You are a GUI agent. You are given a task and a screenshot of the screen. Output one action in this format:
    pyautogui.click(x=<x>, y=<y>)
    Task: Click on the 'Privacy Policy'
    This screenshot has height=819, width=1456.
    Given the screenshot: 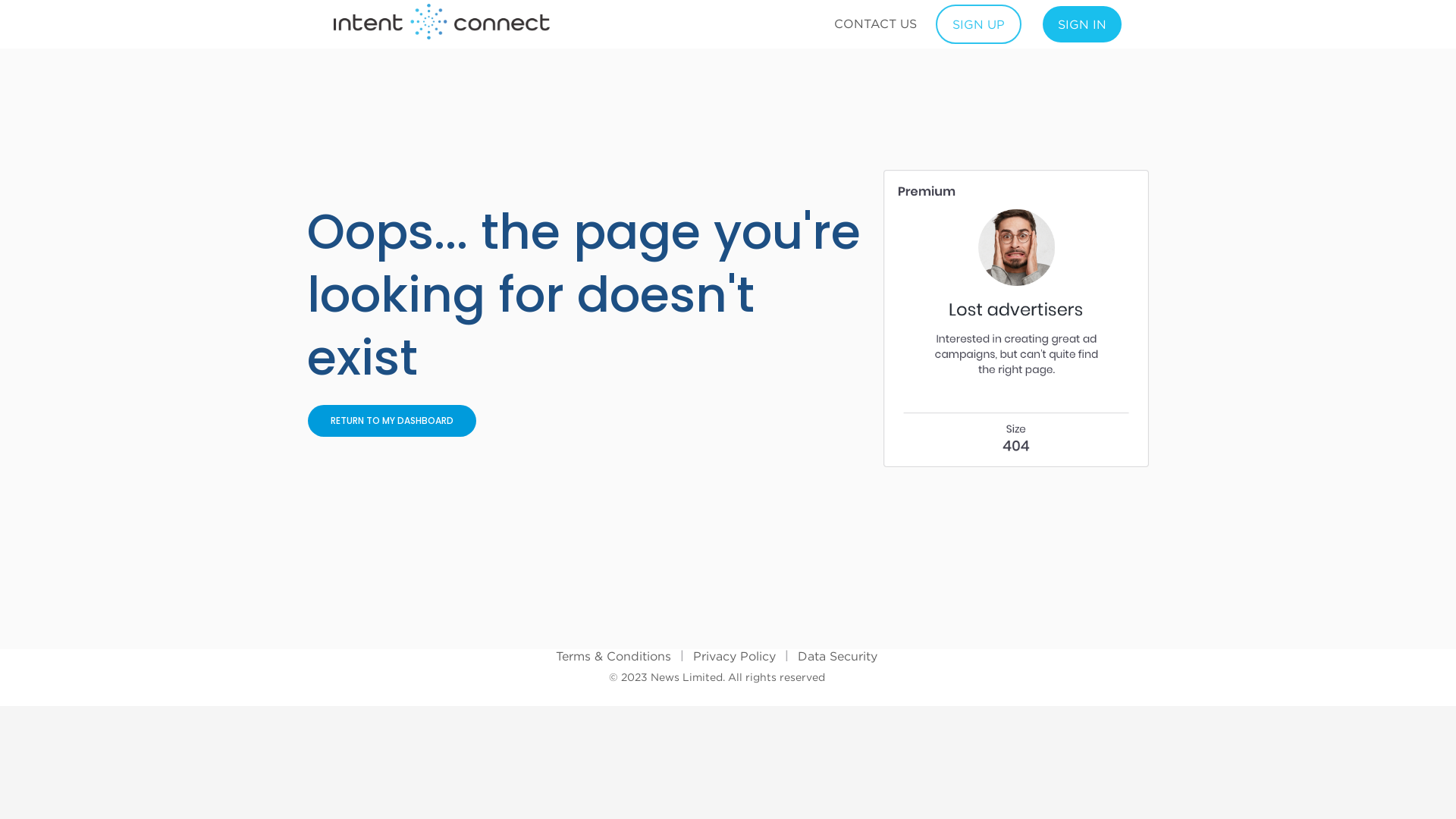 What is the action you would take?
    pyautogui.click(x=734, y=654)
    